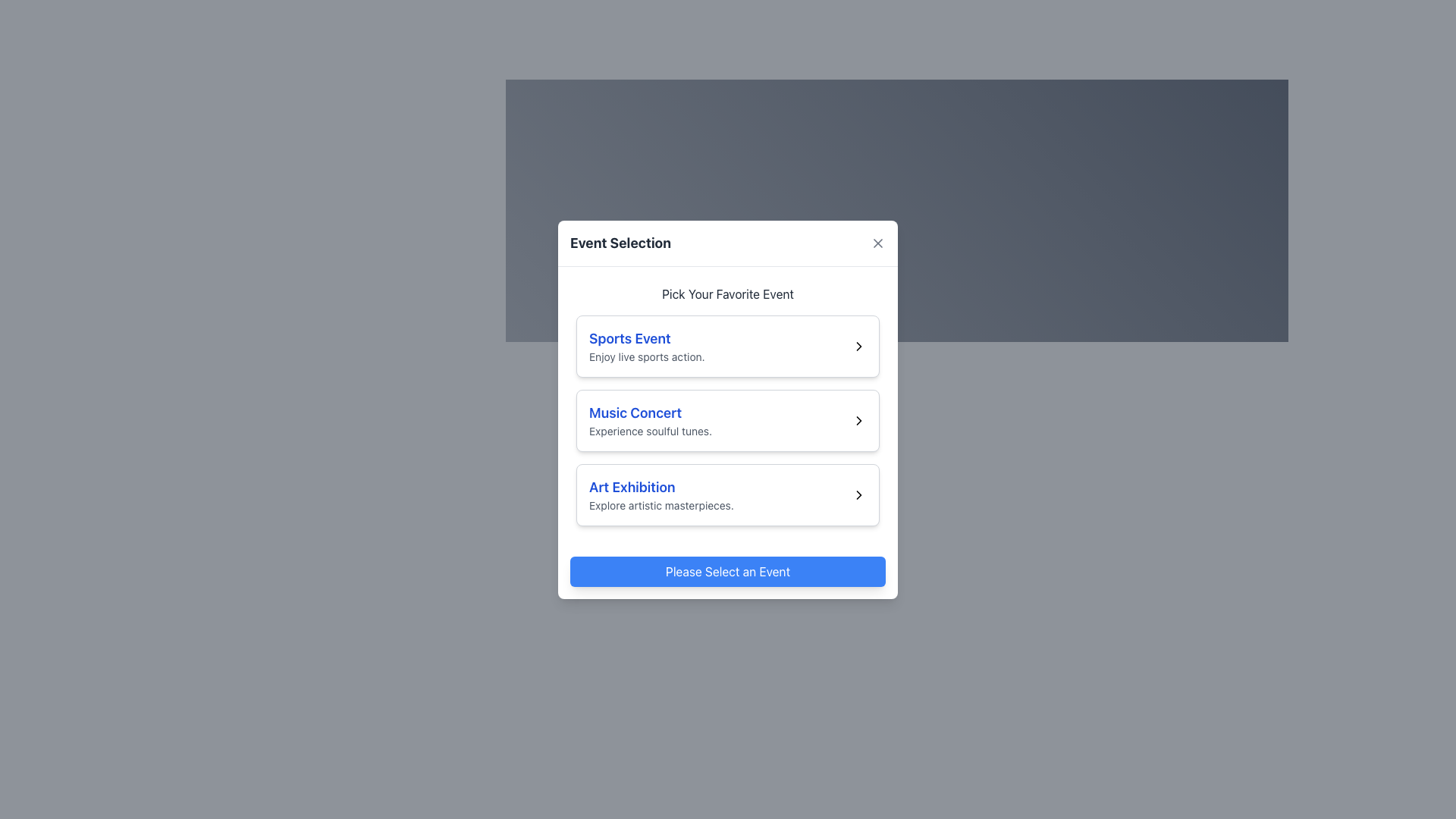  I want to click on the prominent static text 'Sports Event' displayed in a large, bold, blue font at the top of the event options list in the modal dialog, so click(647, 337).